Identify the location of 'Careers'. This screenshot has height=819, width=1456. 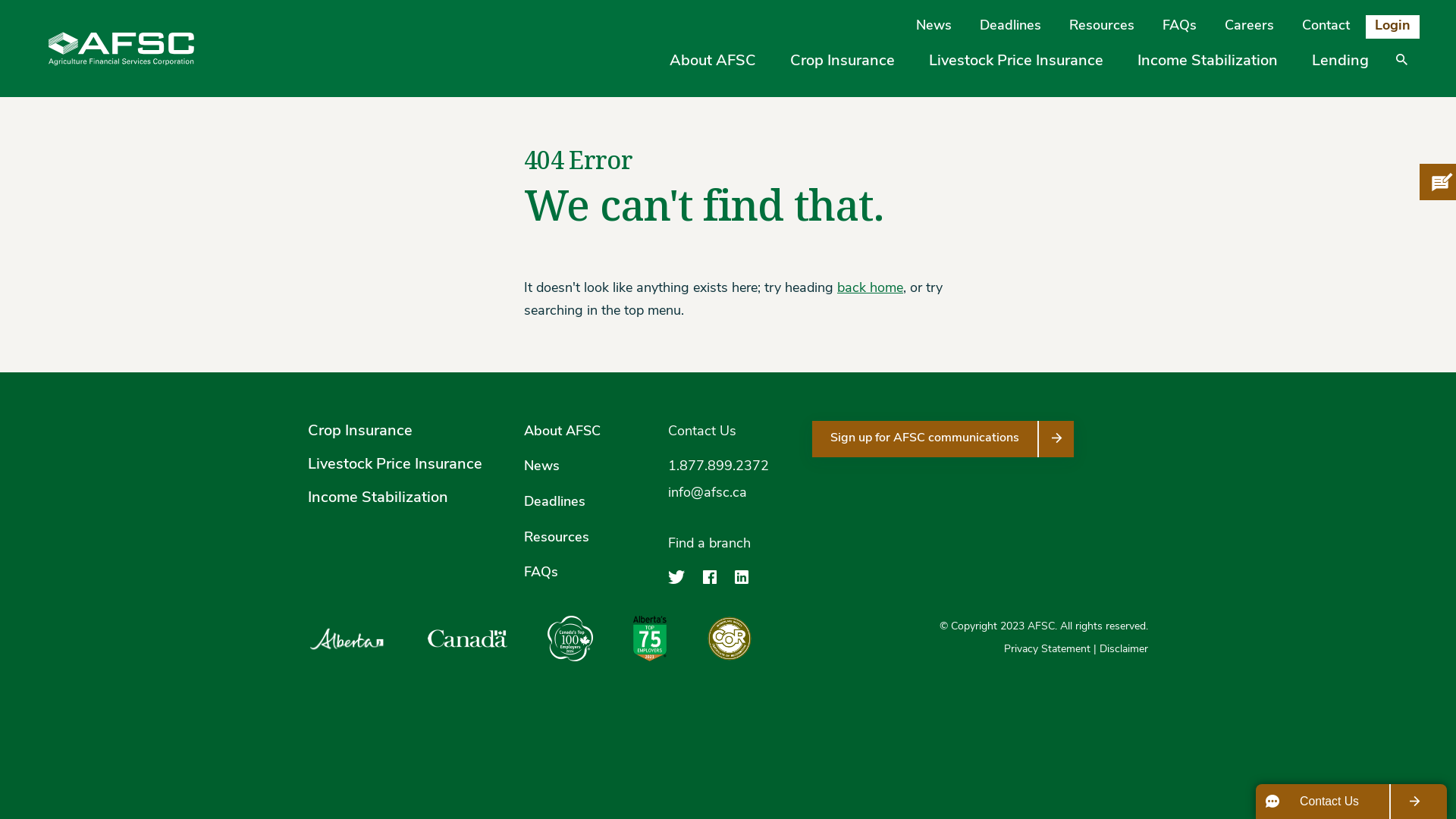
(1249, 27).